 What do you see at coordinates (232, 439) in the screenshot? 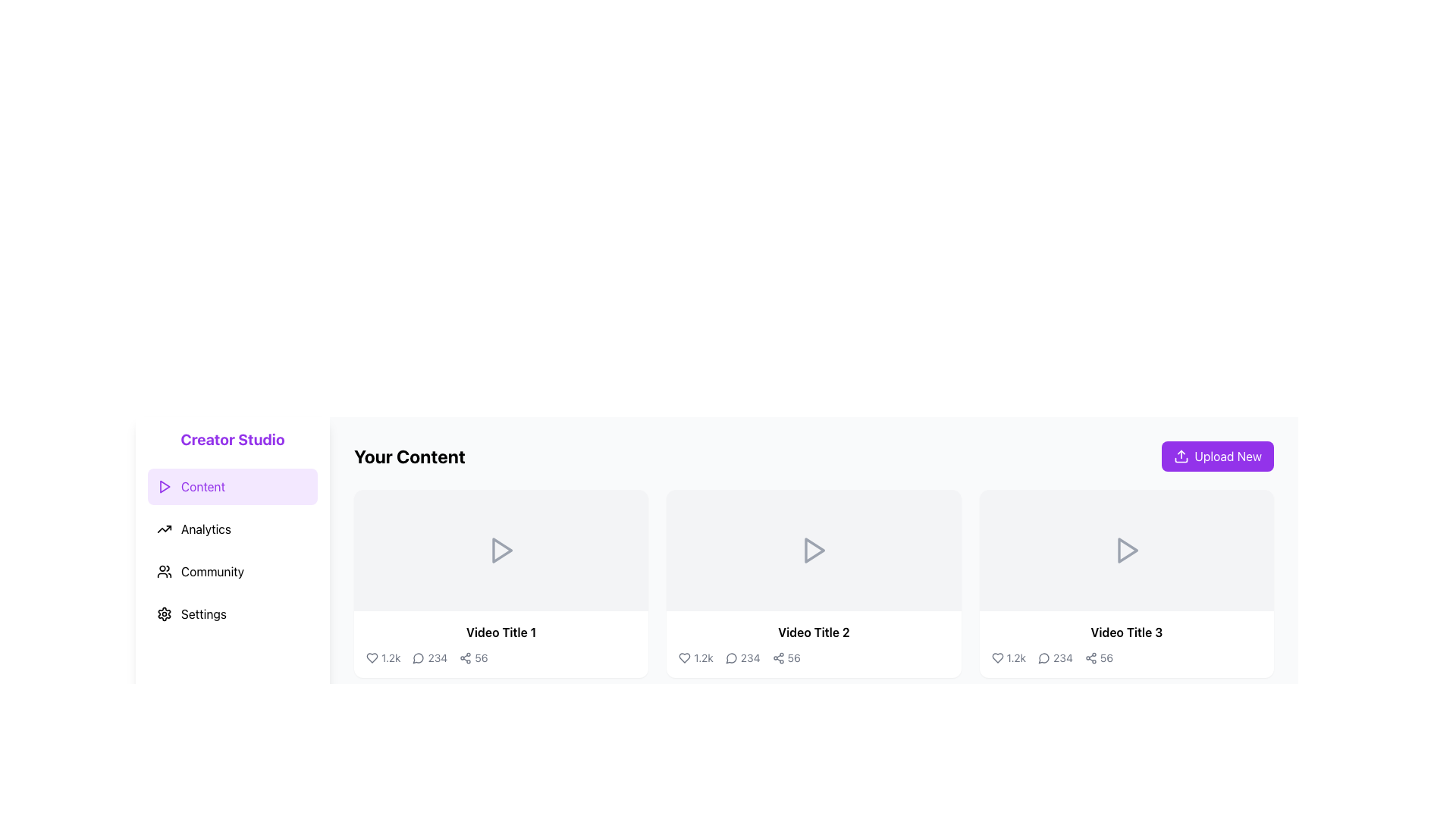
I see `the bold purple text header 'Creator Studio' located at the top of the left sidebar, above the menu items such as 'Content', 'Analytics', 'Community', and 'Settings'` at bounding box center [232, 439].